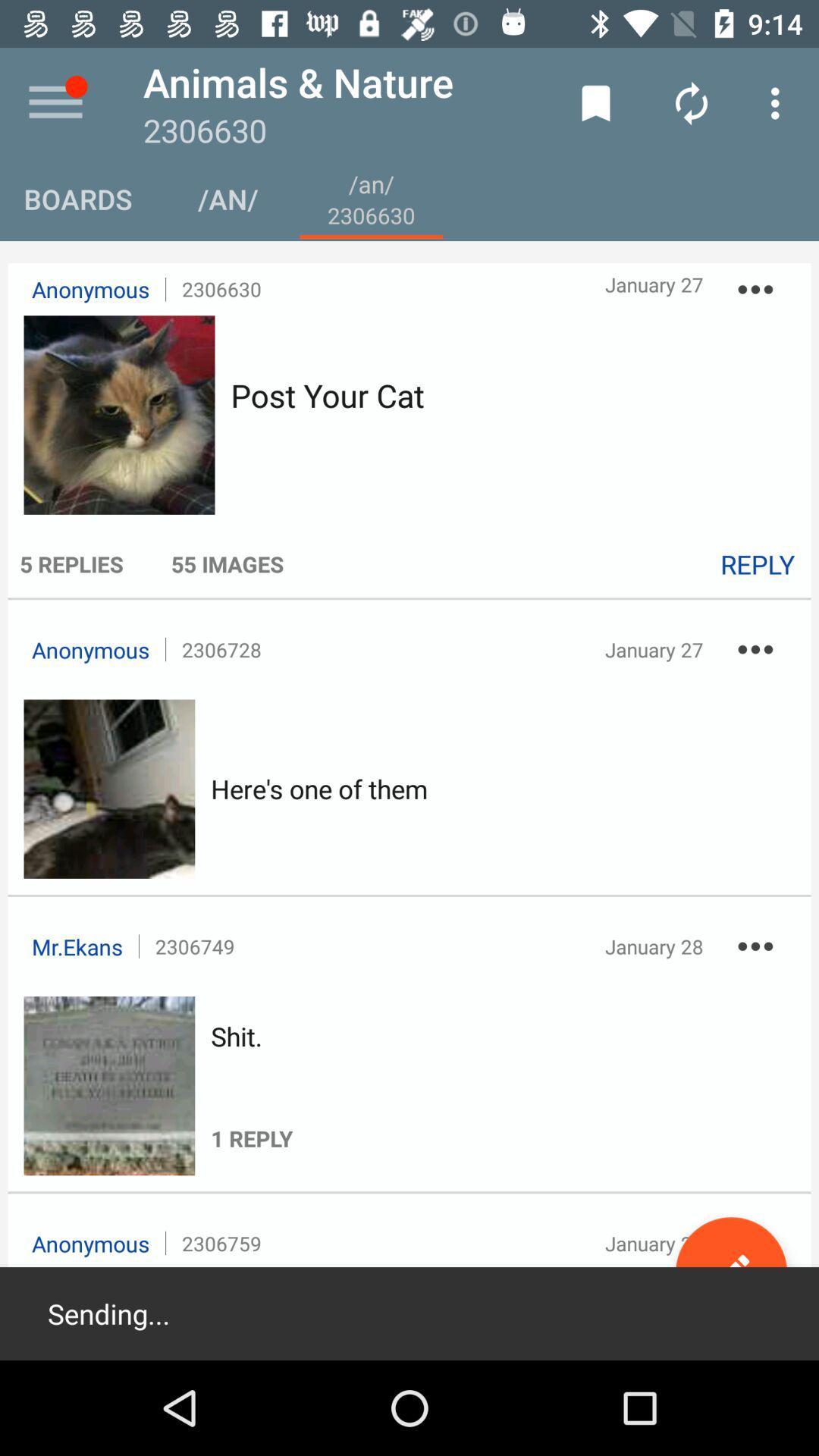  I want to click on open menu, so click(55, 102).